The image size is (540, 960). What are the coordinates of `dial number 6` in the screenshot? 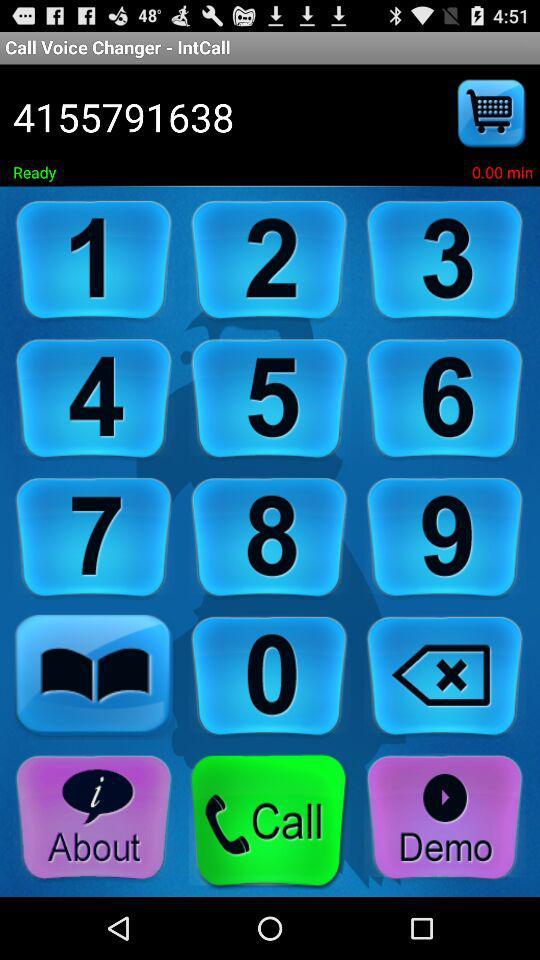 It's located at (445, 398).